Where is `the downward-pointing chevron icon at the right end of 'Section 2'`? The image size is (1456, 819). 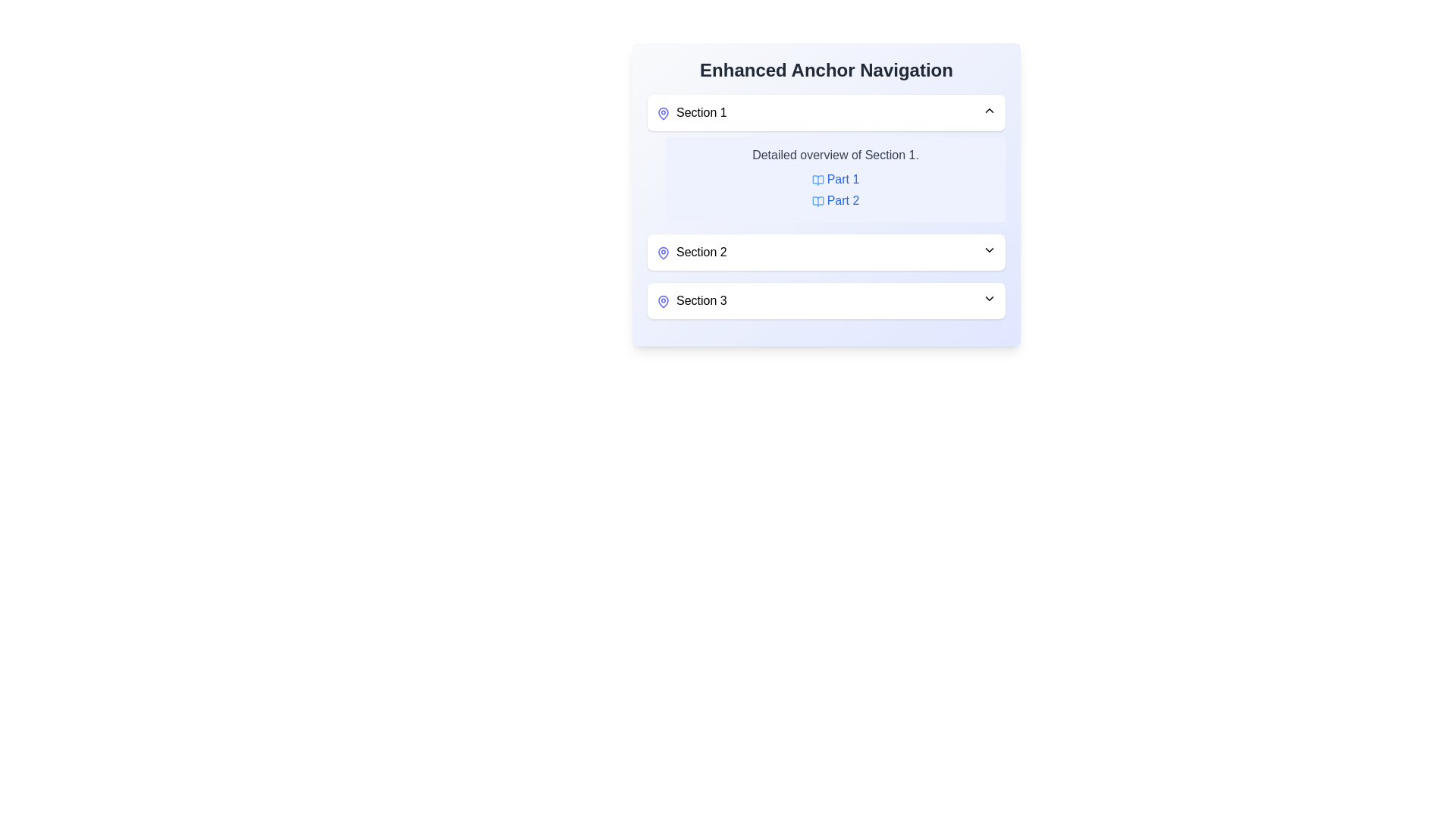
the downward-pointing chevron icon at the right end of 'Section 2' is located at coordinates (990, 249).